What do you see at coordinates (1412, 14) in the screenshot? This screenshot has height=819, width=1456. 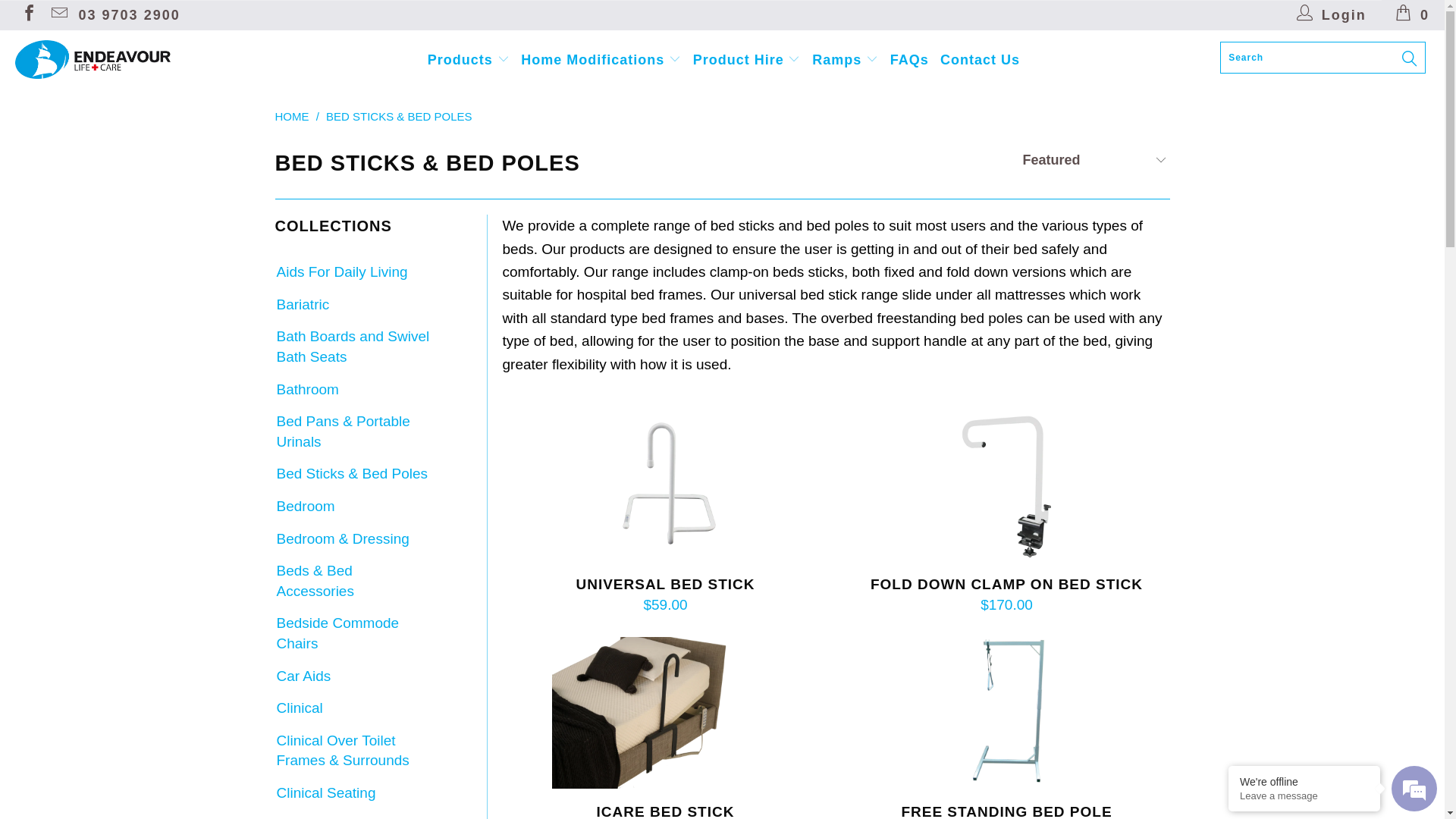 I see `'0'` at bounding box center [1412, 14].